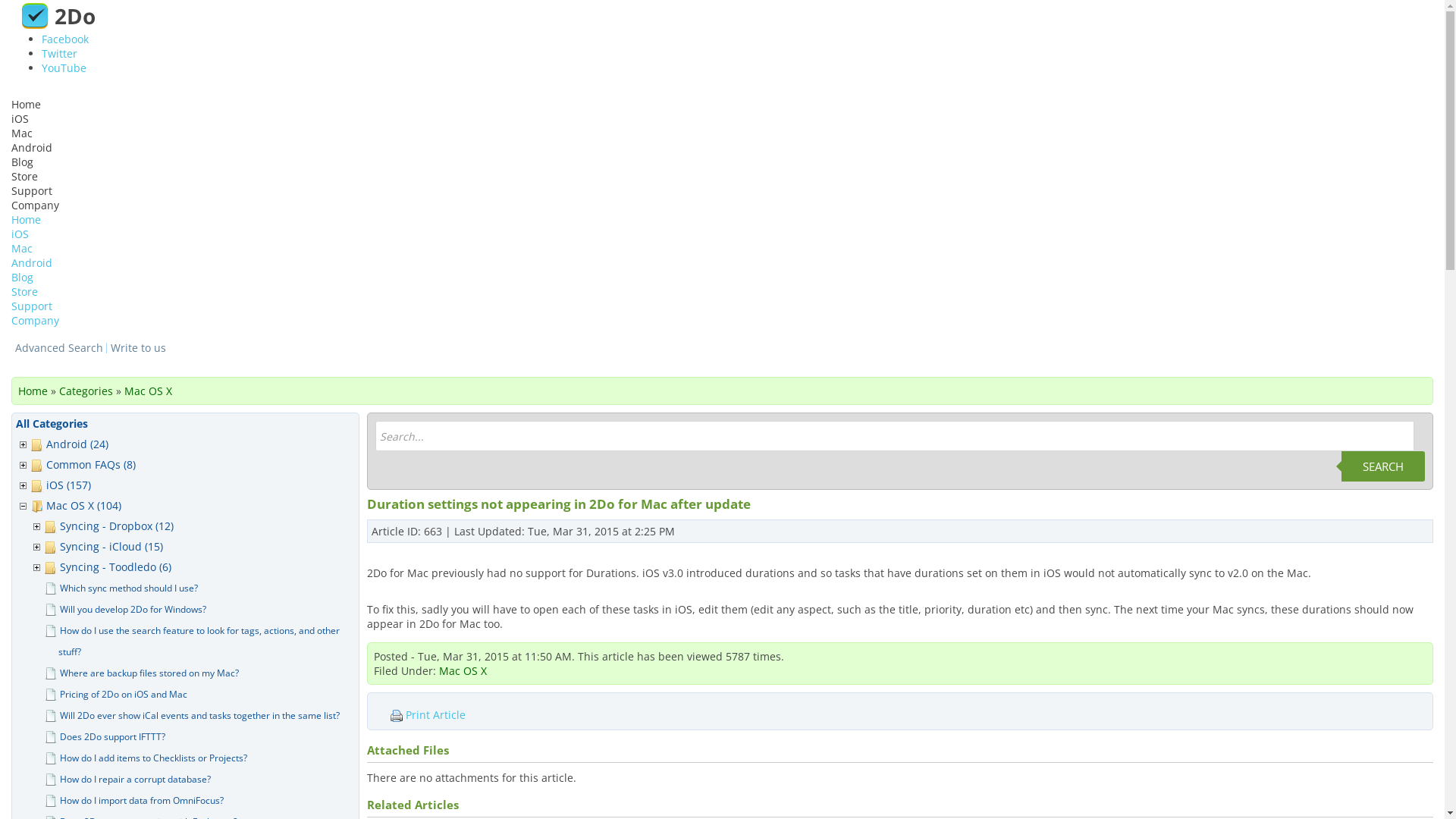 Image resolution: width=1456 pixels, height=819 pixels. What do you see at coordinates (462, 670) in the screenshot?
I see `'Mac OS X'` at bounding box center [462, 670].